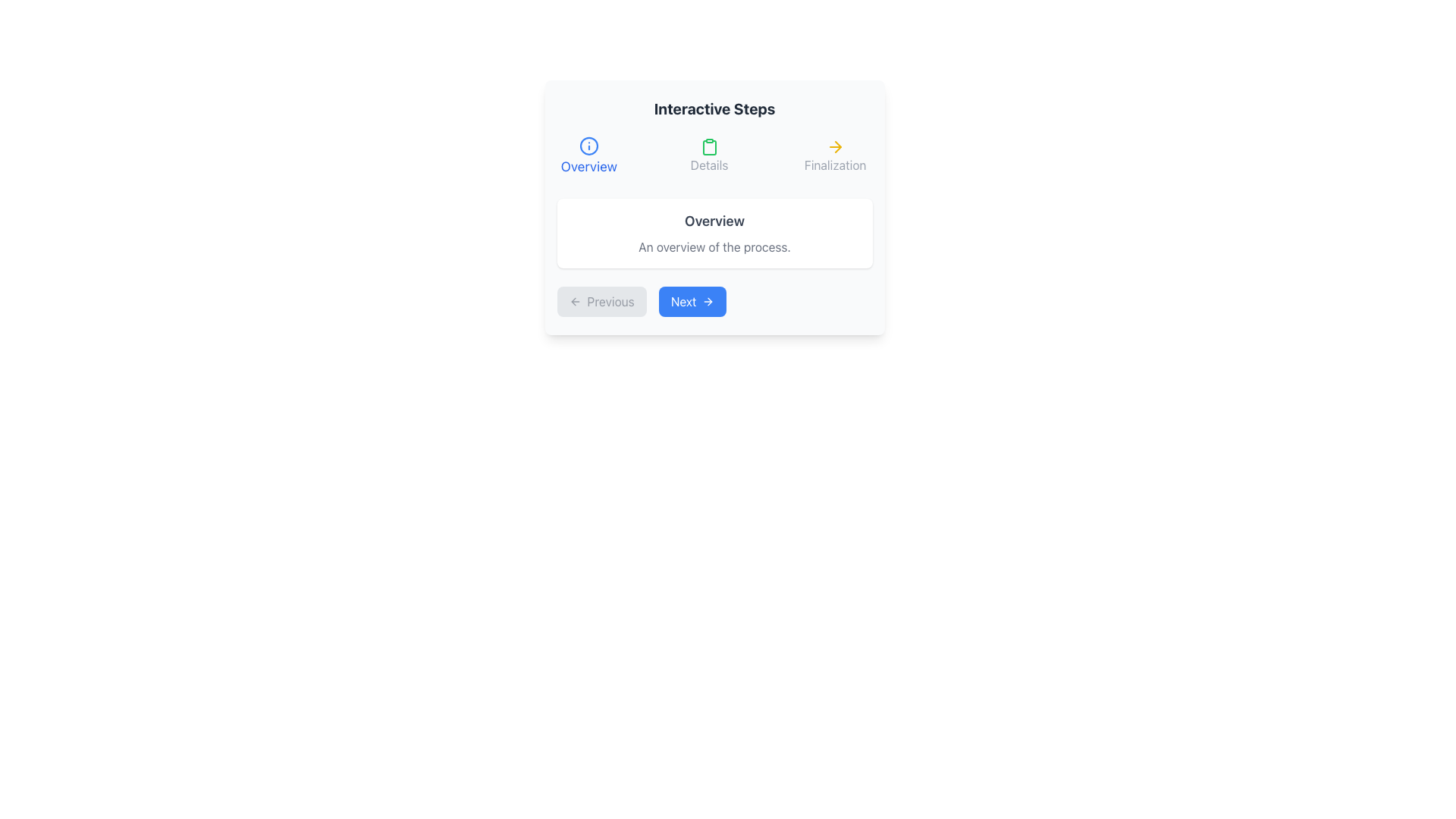 Image resolution: width=1456 pixels, height=819 pixels. What do you see at coordinates (714, 108) in the screenshot?
I see `the Text Label at the top-center of the card interface, which serves as a header introducing the content below` at bounding box center [714, 108].